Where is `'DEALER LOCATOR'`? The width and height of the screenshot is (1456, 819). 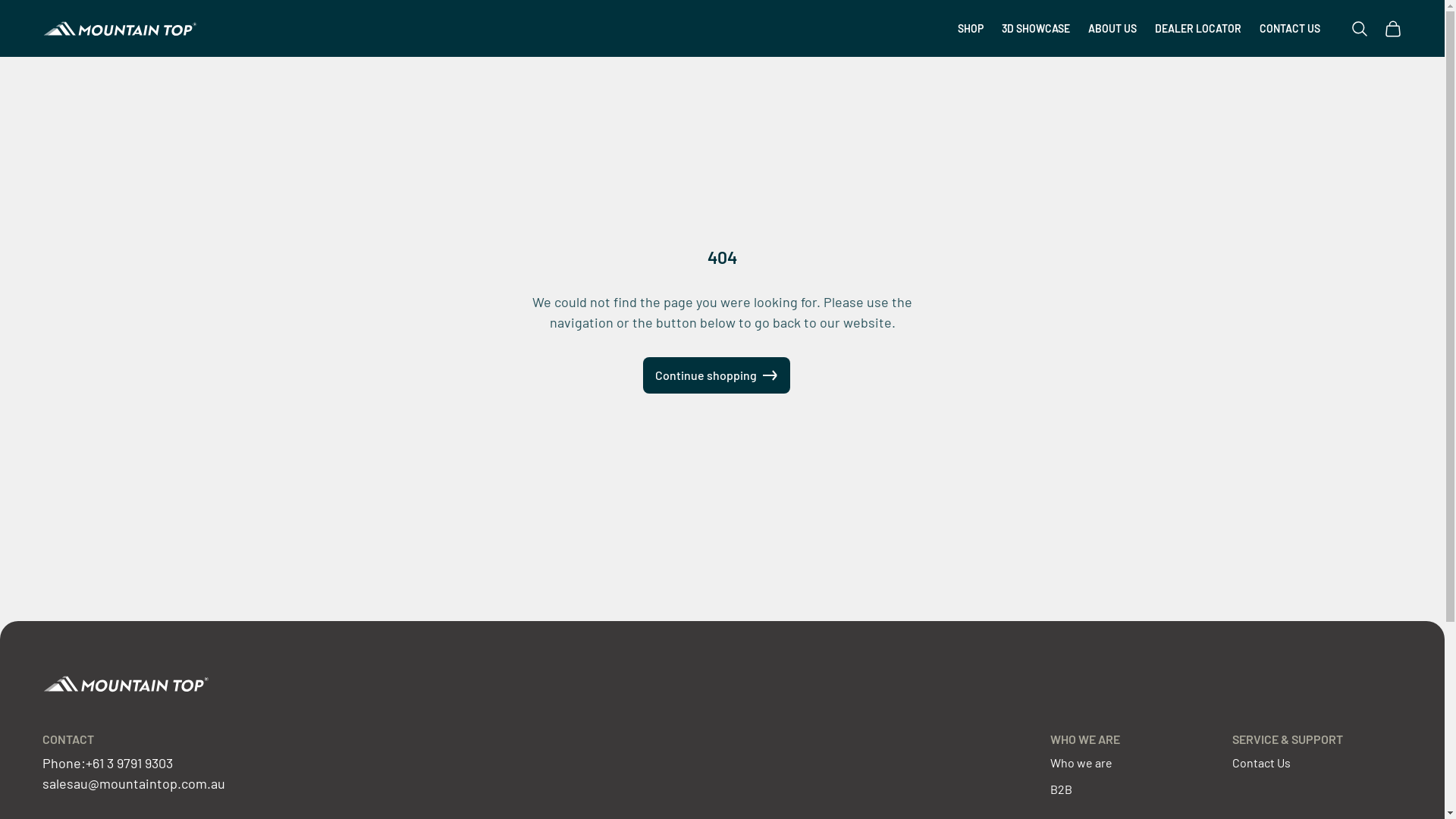 'DEALER LOCATOR' is located at coordinates (1197, 29).